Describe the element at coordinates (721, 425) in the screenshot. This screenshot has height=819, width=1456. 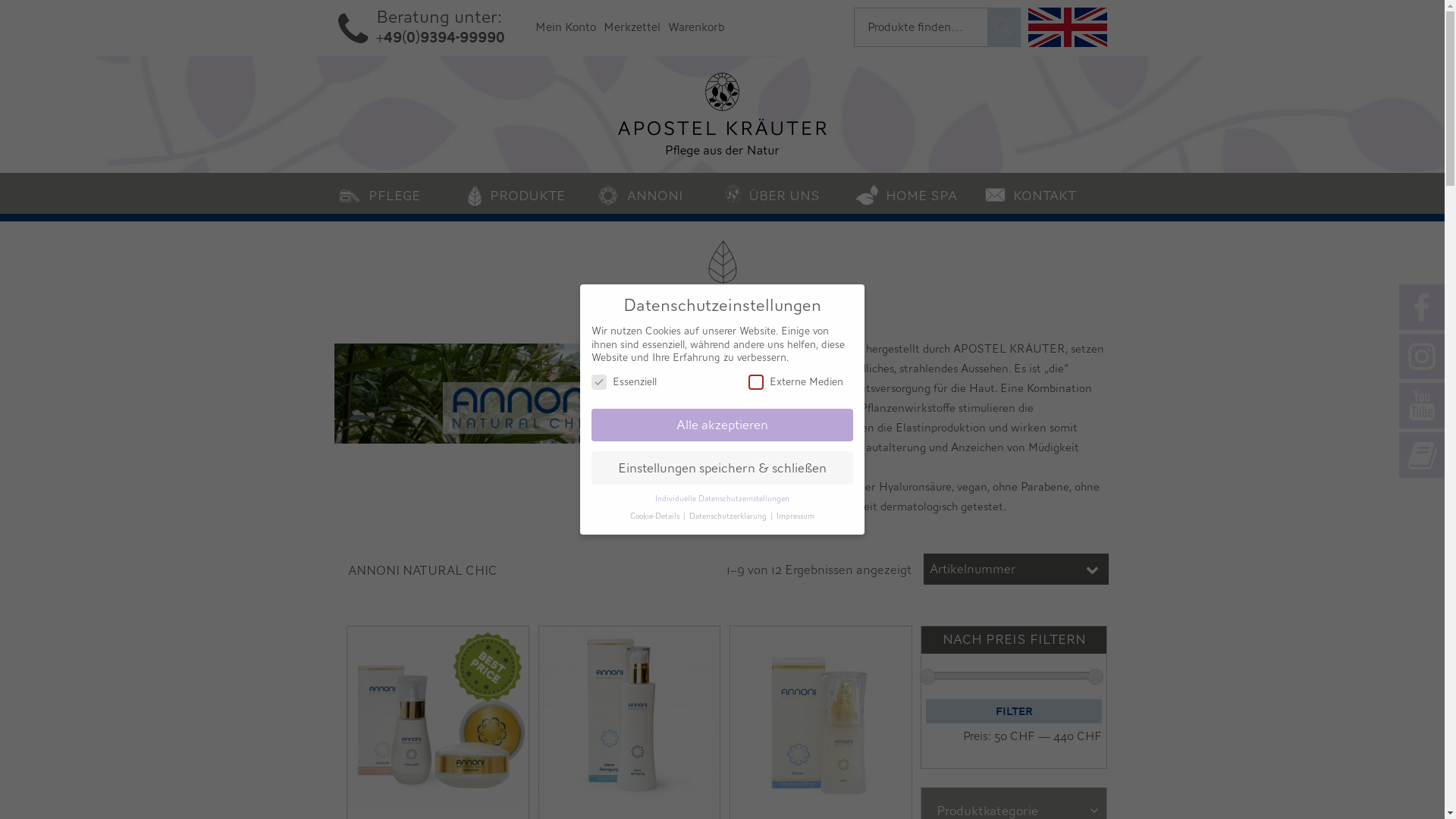
I see `'Alle akzeptieren'` at that location.